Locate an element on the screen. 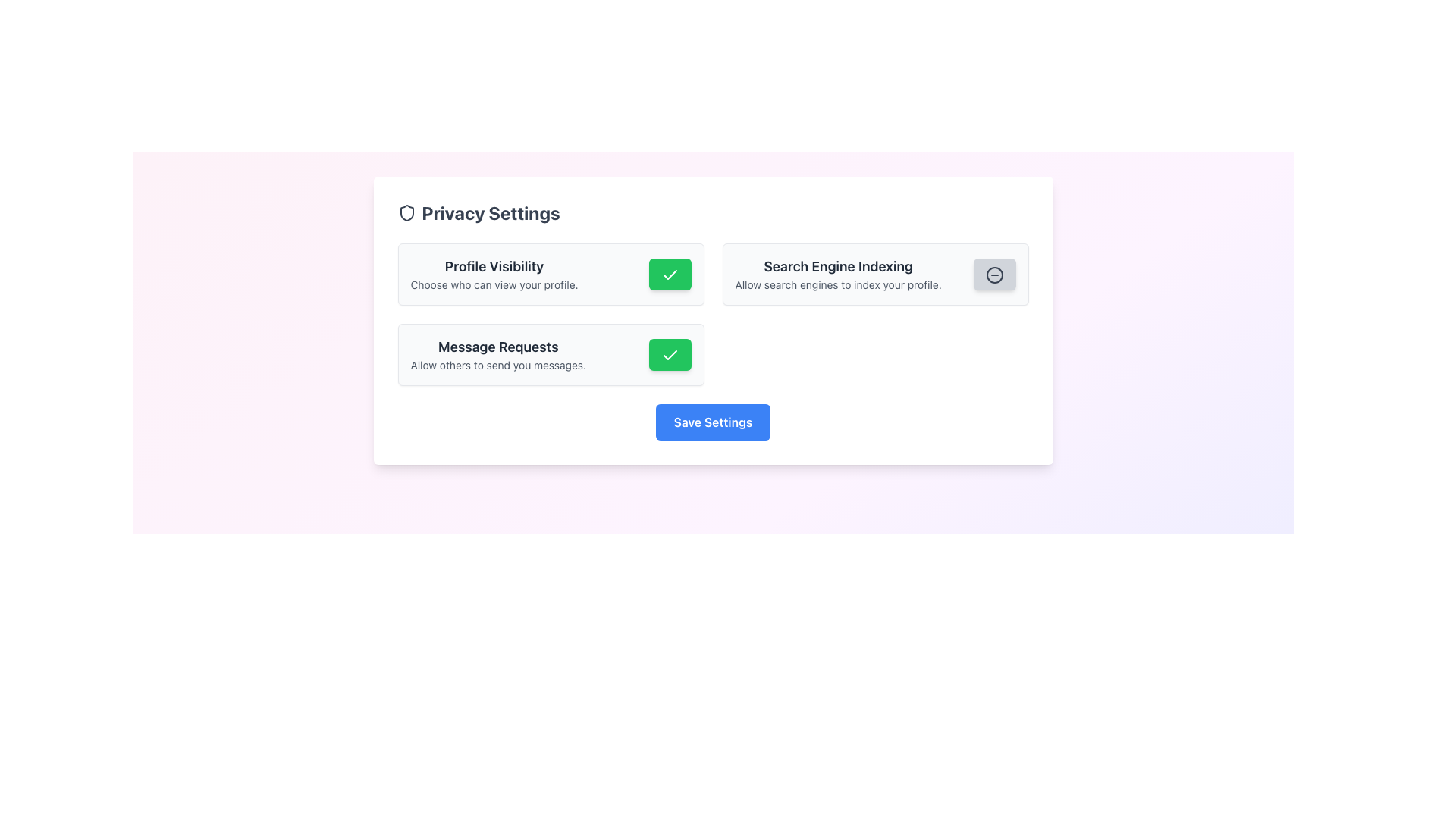  the green rounded rectangle button with a white checkmark located to the right of the 'Profile Visibility' text to observe its visual transition effect is located at coordinates (669, 275).